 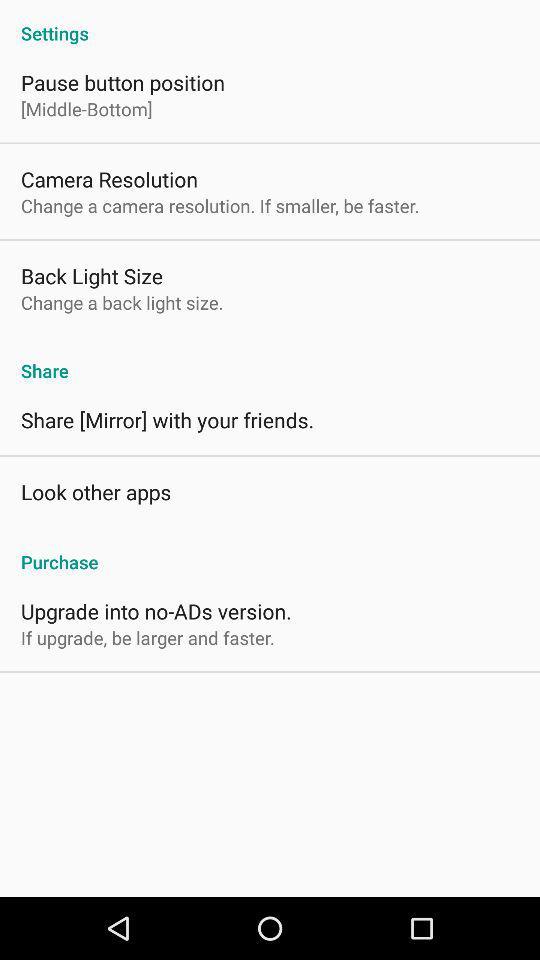 I want to click on [middle-bottom] app, so click(x=85, y=109).